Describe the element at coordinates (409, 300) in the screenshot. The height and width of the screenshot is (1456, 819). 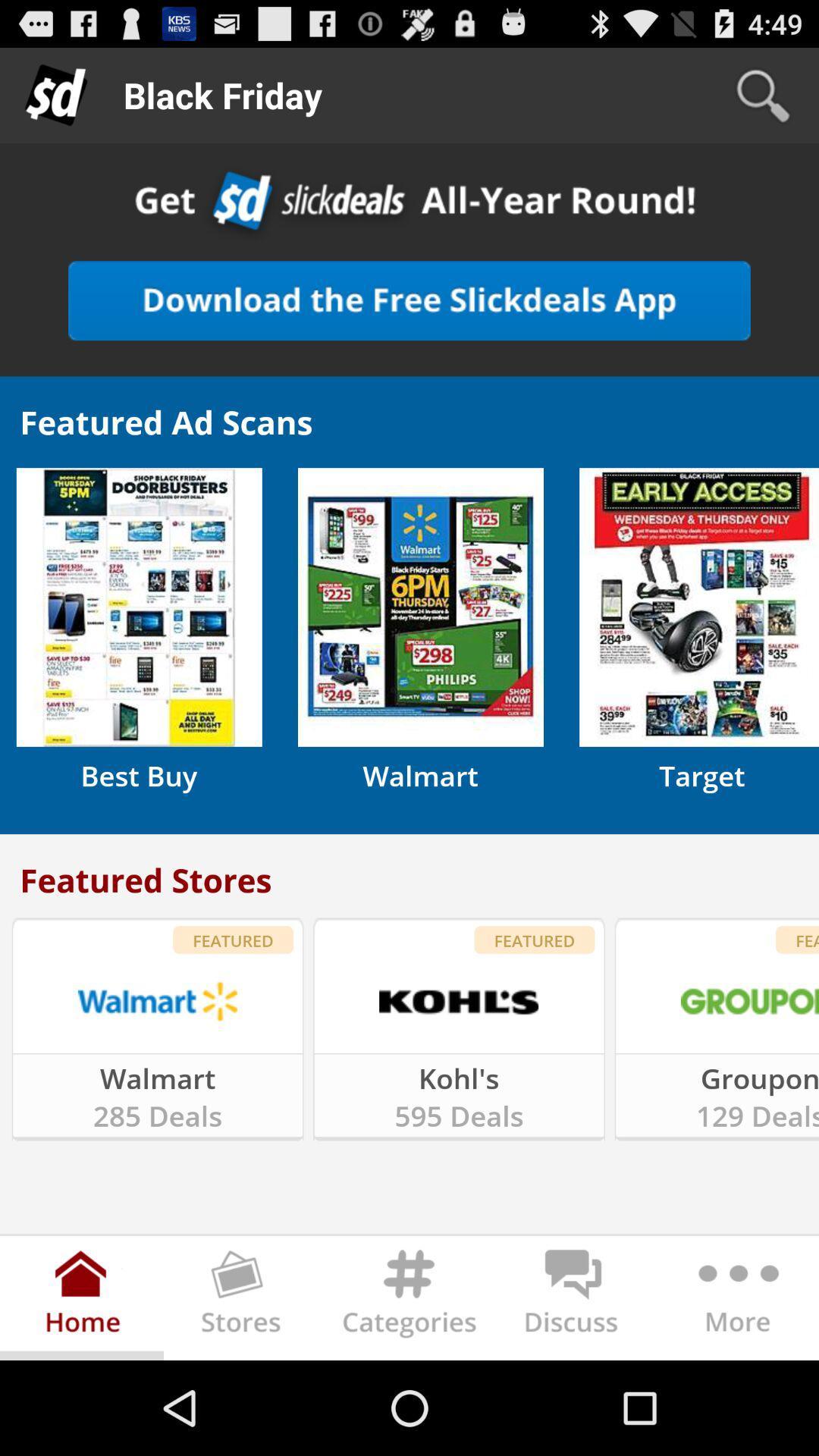
I see `download link` at that location.